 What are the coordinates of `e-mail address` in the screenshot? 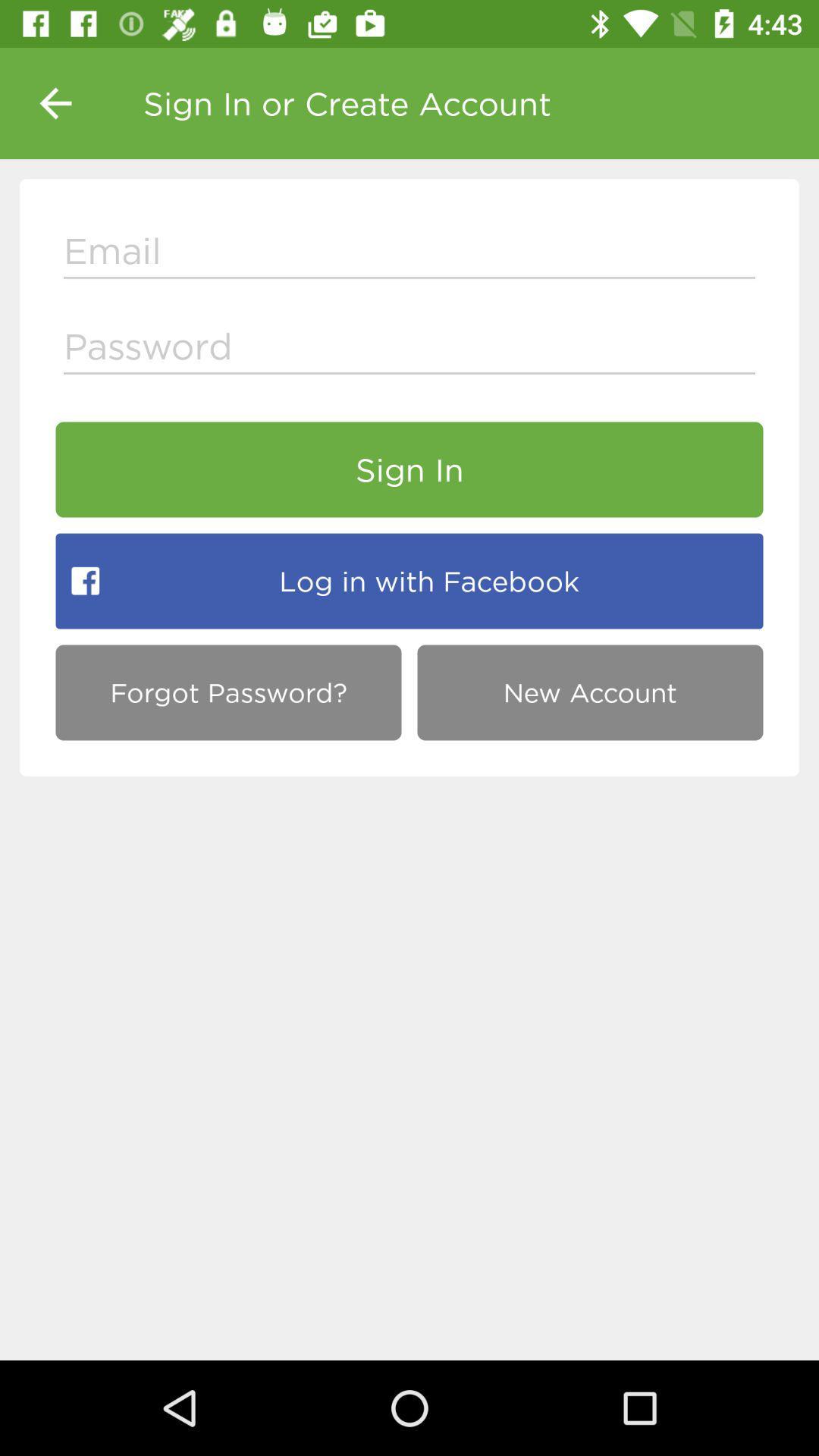 It's located at (409, 255).